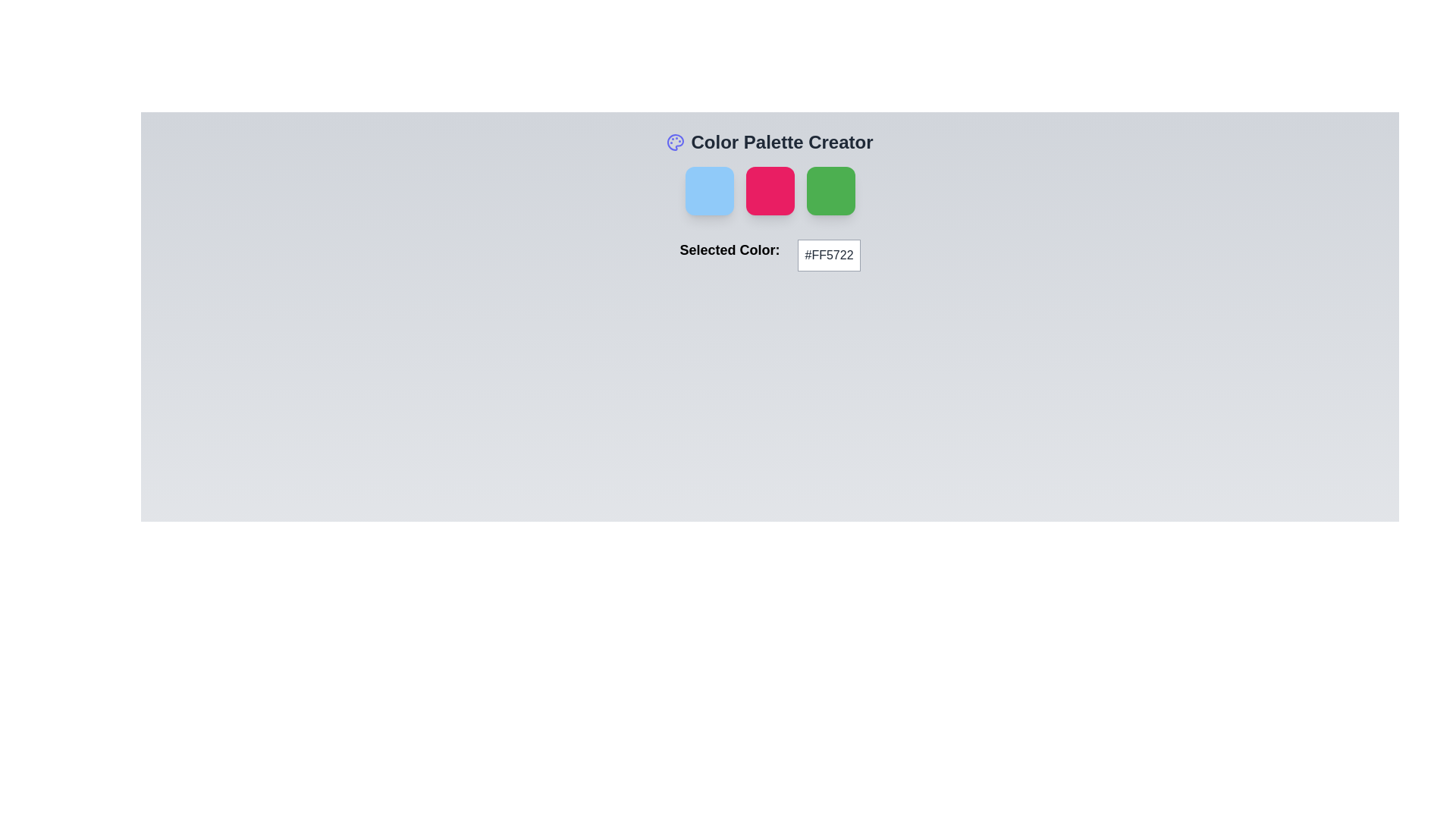 This screenshot has height=819, width=1456. What do you see at coordinates (708, 190) in the screenshot?
I see `the first interactive color option button with a light blue background` at bounding box center [708, 190].